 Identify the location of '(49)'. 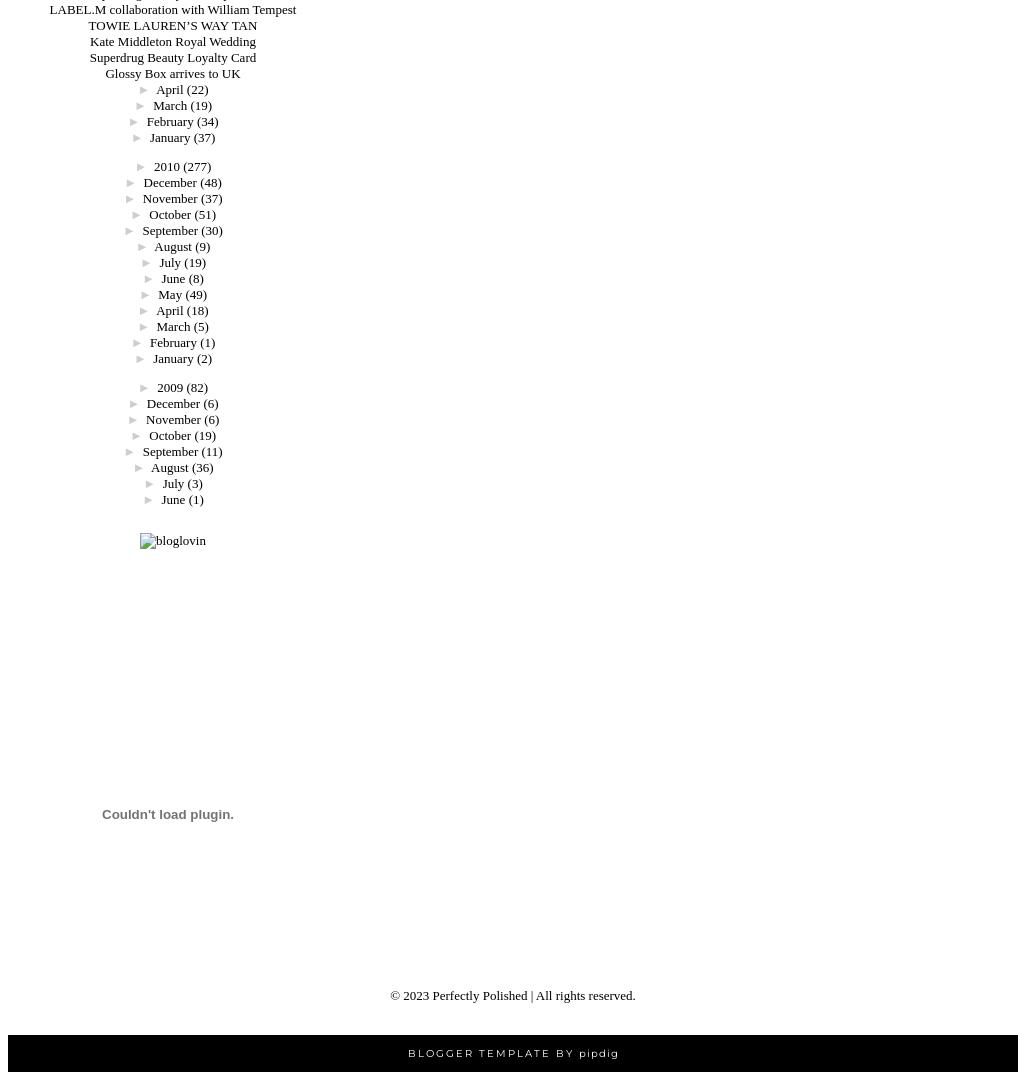
(195, 293).